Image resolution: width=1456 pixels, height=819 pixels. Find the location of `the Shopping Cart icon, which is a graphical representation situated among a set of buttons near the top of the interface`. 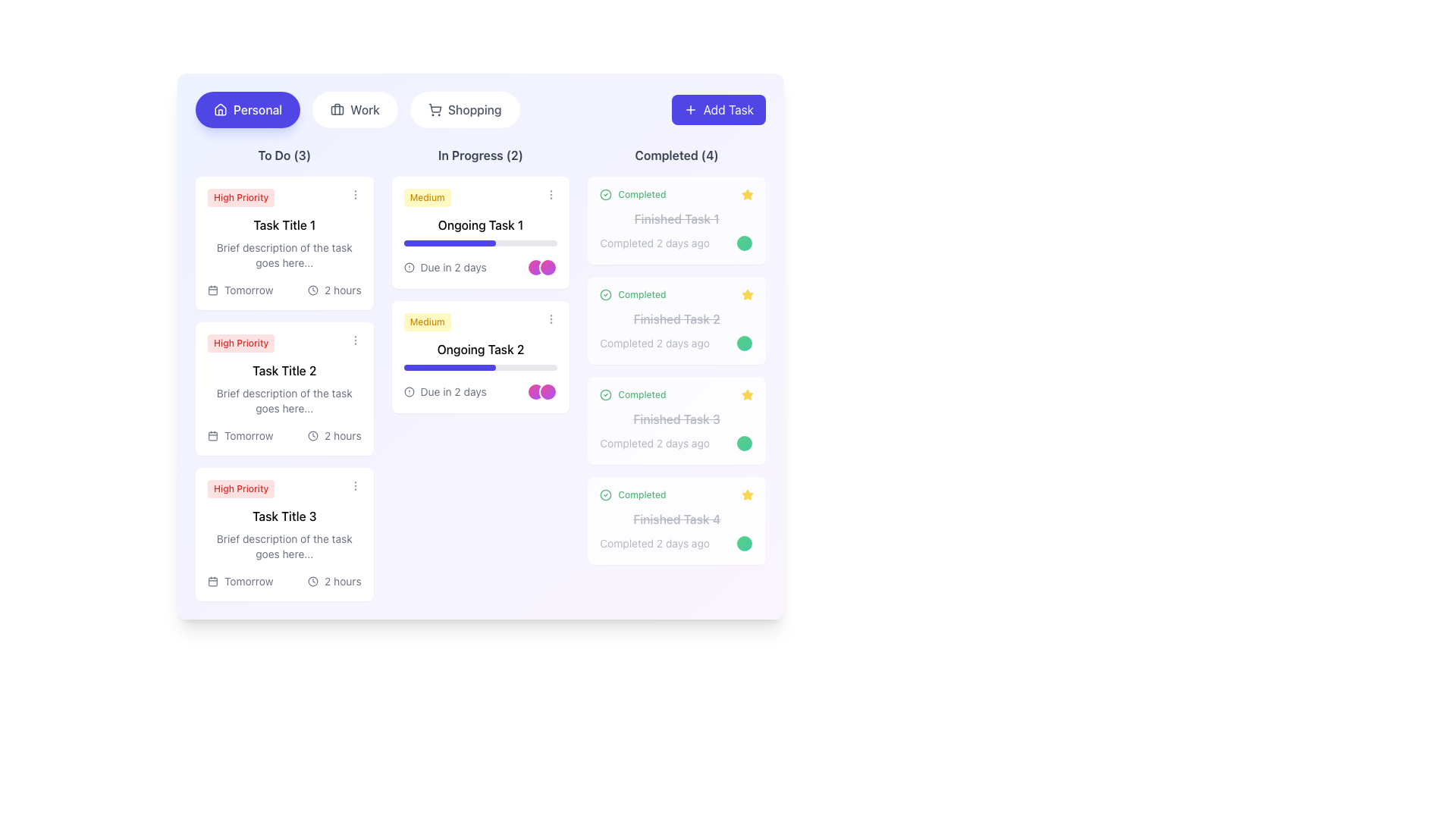

the Shopping Cart icon, which is a graphical representation situated among a set of buttons near the top of the interface is located at coordinates (434, 107).